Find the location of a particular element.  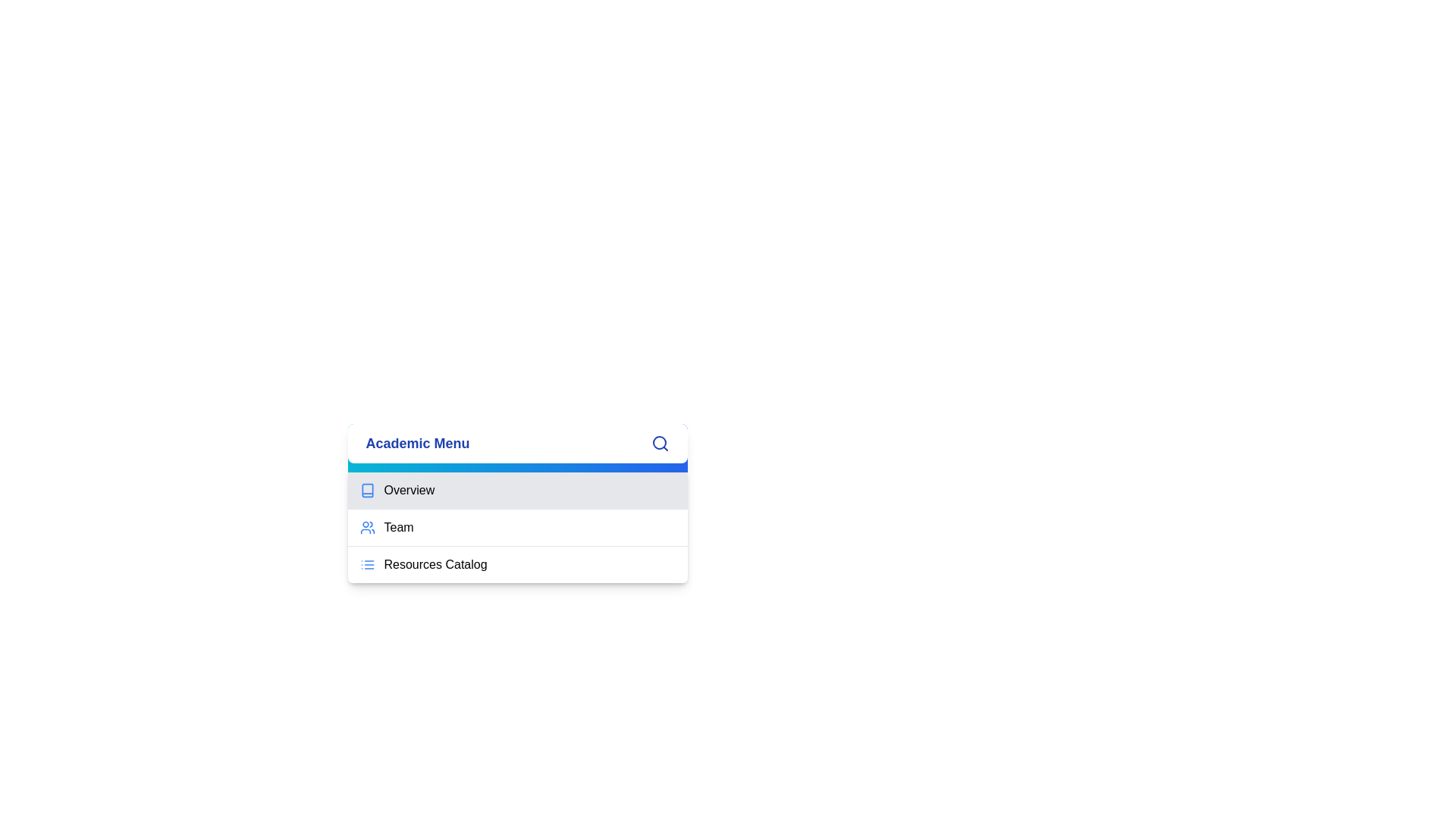

the 'Overview' icon located at the top of the menu, which visually indicates the overview option and is positioned to the left of the text 'Overview' is located at coordinates (367, 491).